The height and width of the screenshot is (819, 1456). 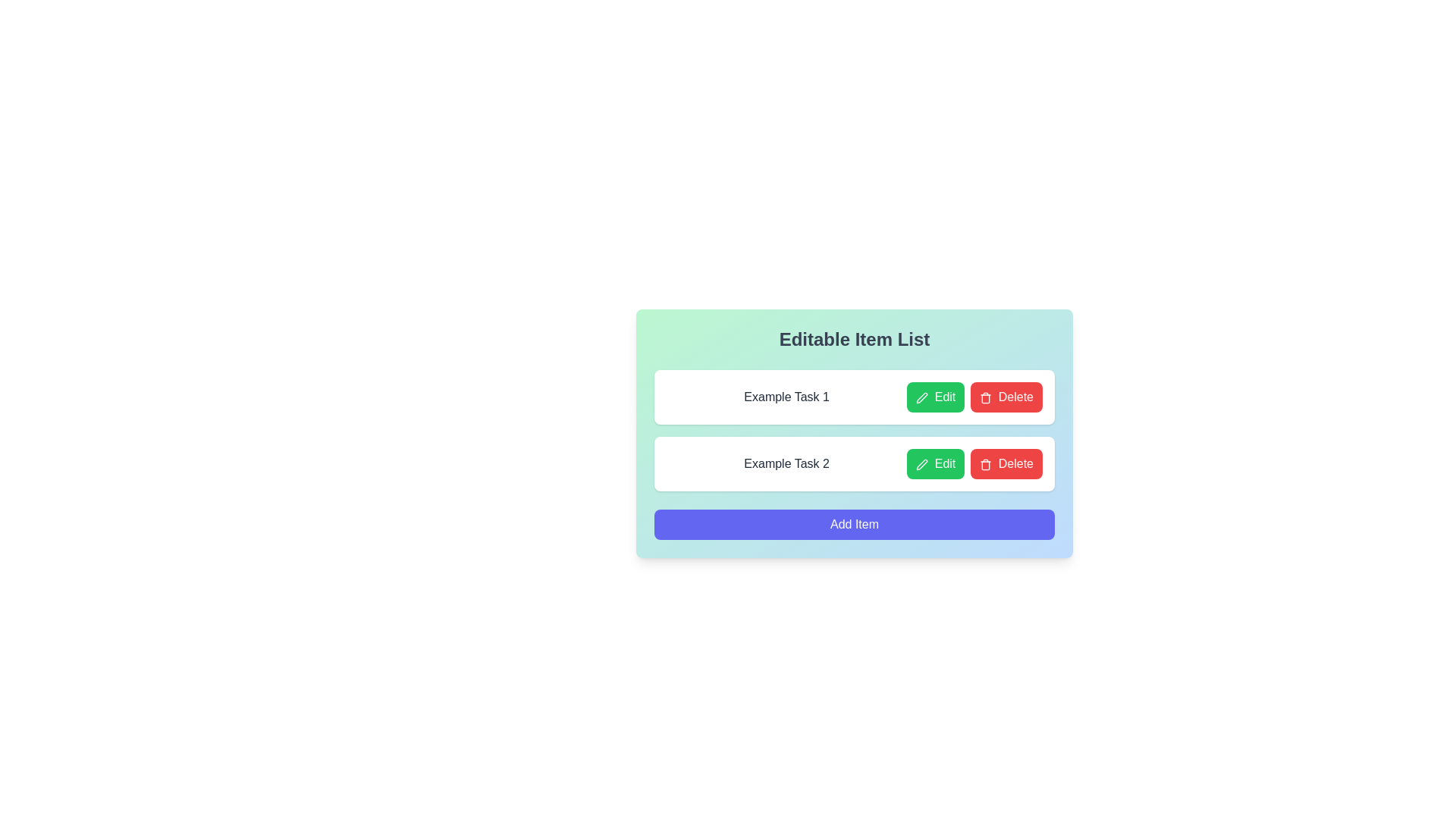 I want to click on the pen-shaped icon within the green 'Edit' button of the second row in the list labeled 'Example Task 2', so click(x=921, y=463).